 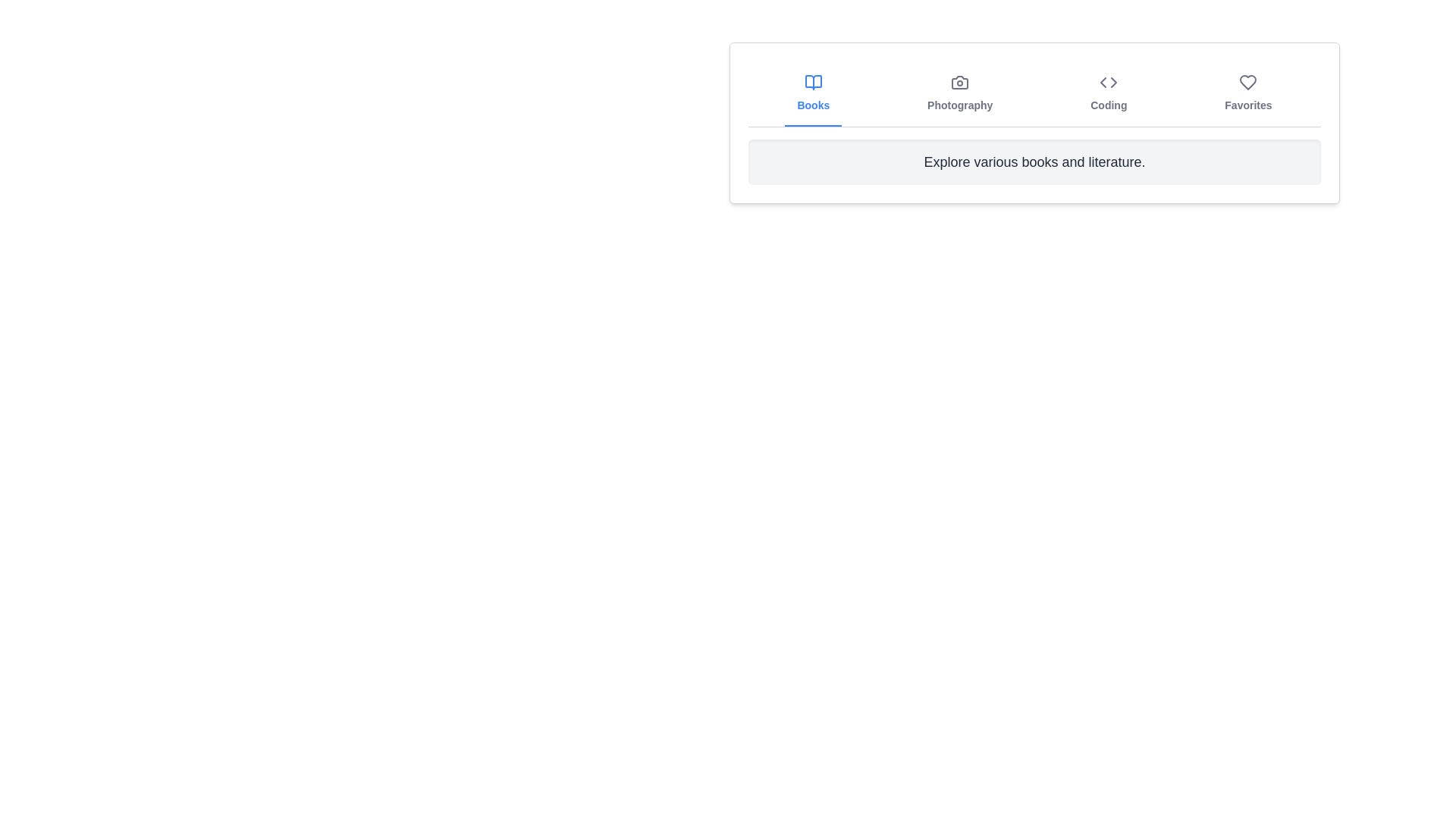 I want to click on the Category selector labeled 'Books' with an open book icon, so click(x=812, y=93).